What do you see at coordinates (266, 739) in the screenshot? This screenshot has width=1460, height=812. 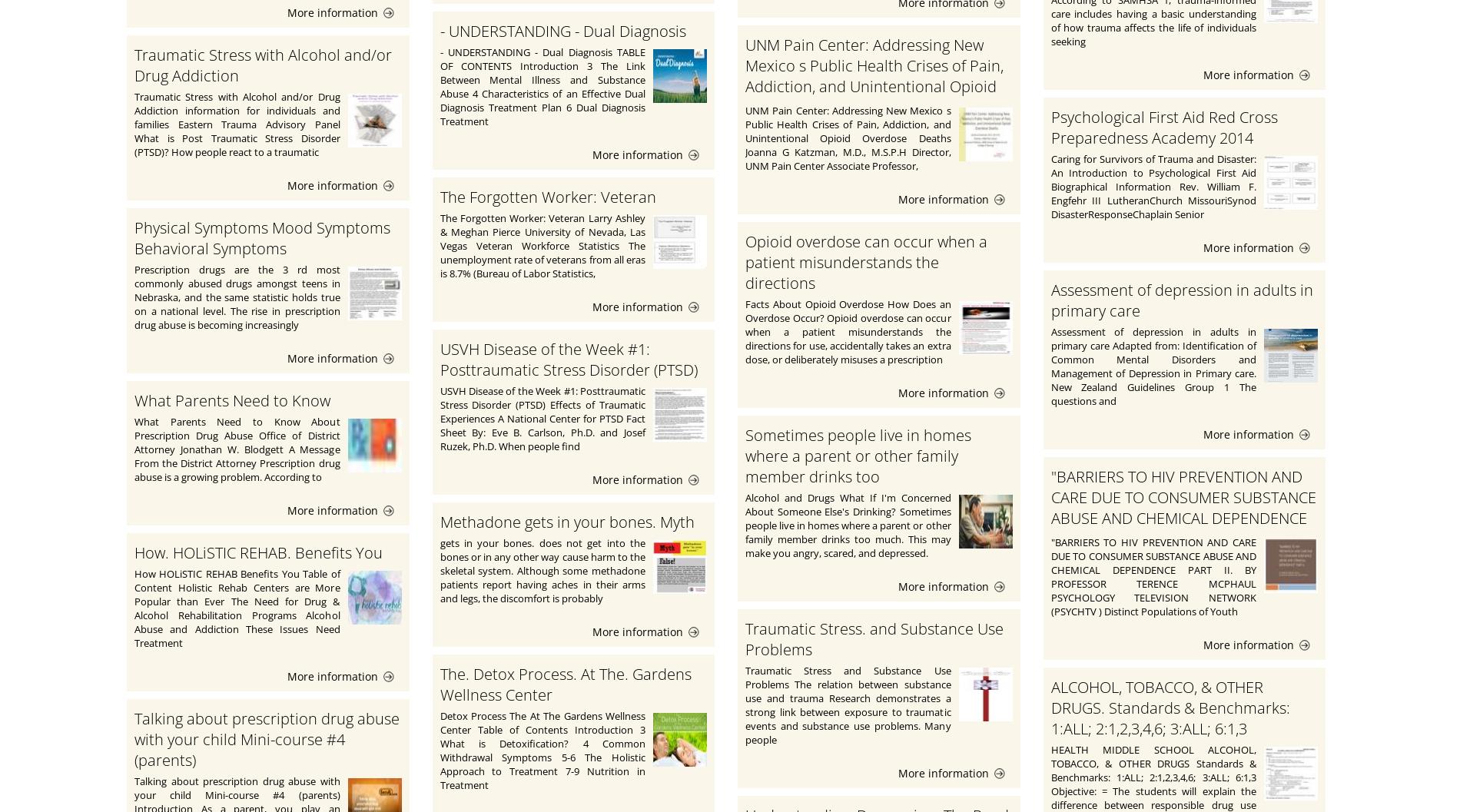 I see `'Talking about prescription drug abuse with your child Mini-course #4 (parents)'` at bounding box center [266, 739].